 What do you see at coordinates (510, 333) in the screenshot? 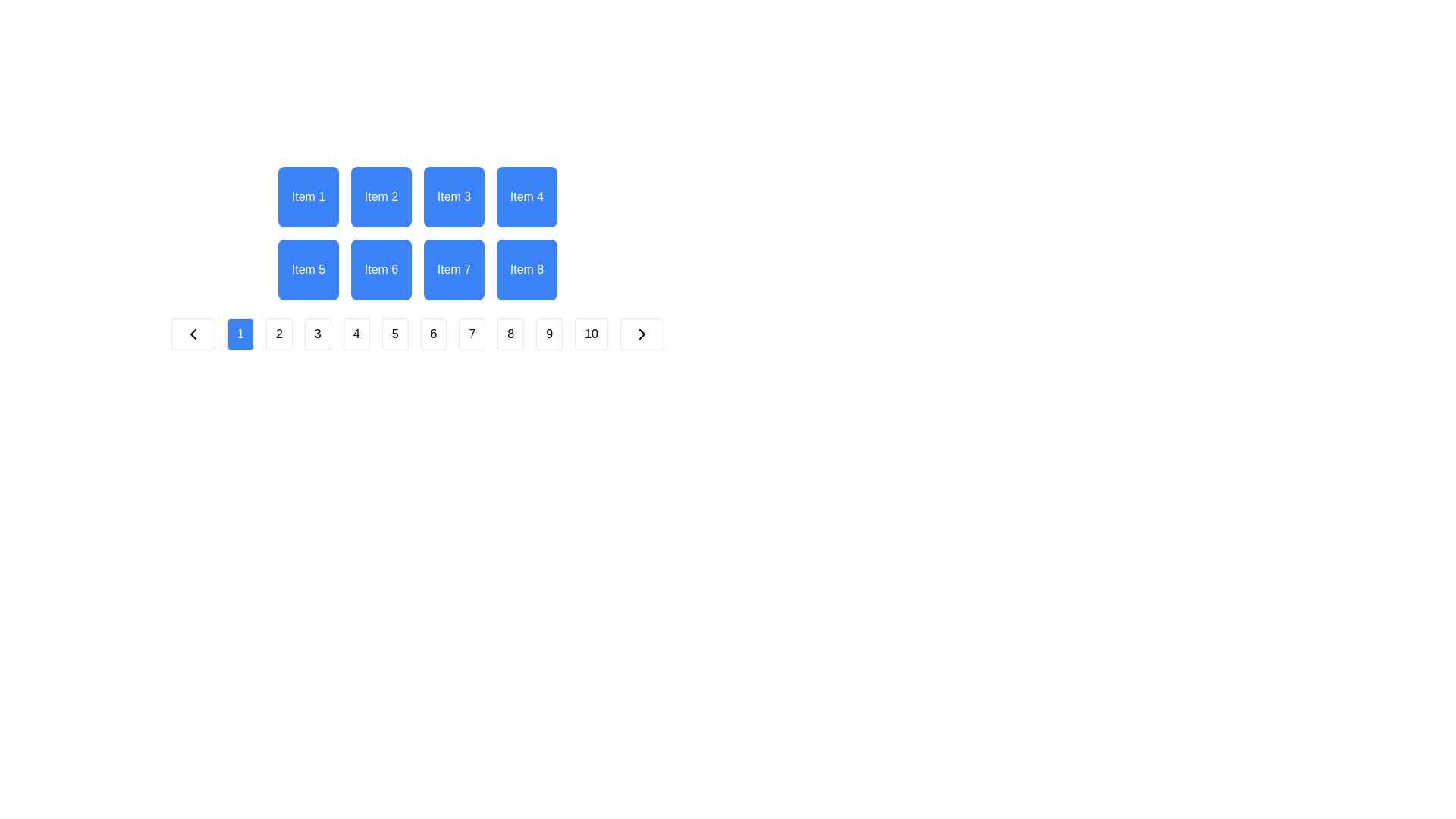
I see `the eighth pagination button located between the buttons labeled '7' and '9'` at bounding box center [510, 333].